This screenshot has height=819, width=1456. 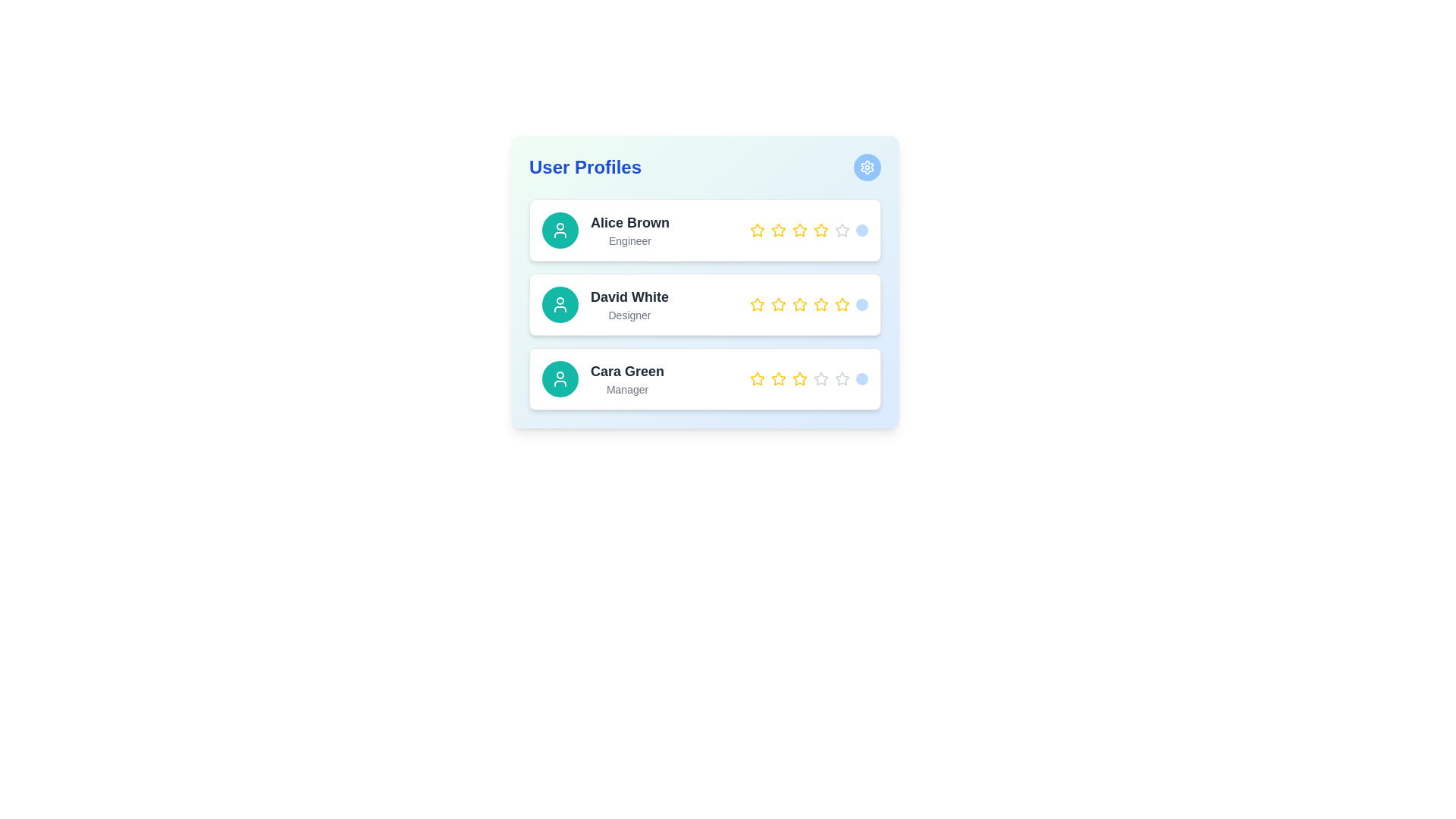 I want to click on the circular icon representing the user 'Alice Brown', which is the first icon in the vertical list of user profiles, located to the left of the 'Alice Brown - Engineer' entry, so click(x=560, y=231).